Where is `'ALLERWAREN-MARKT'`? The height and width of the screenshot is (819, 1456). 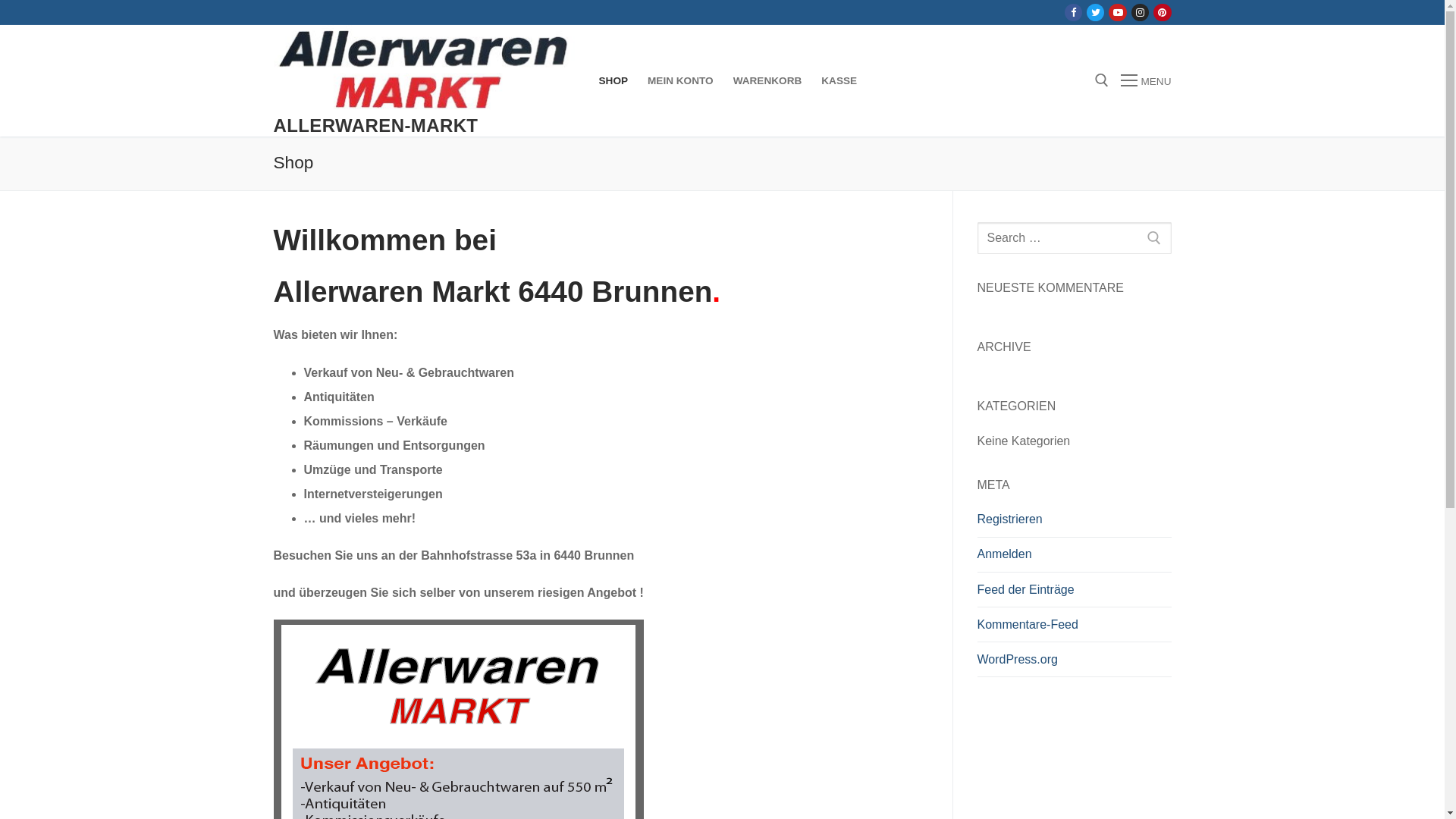
'ALLERWAREN-MARKT' is located at coordinates (375, 124).